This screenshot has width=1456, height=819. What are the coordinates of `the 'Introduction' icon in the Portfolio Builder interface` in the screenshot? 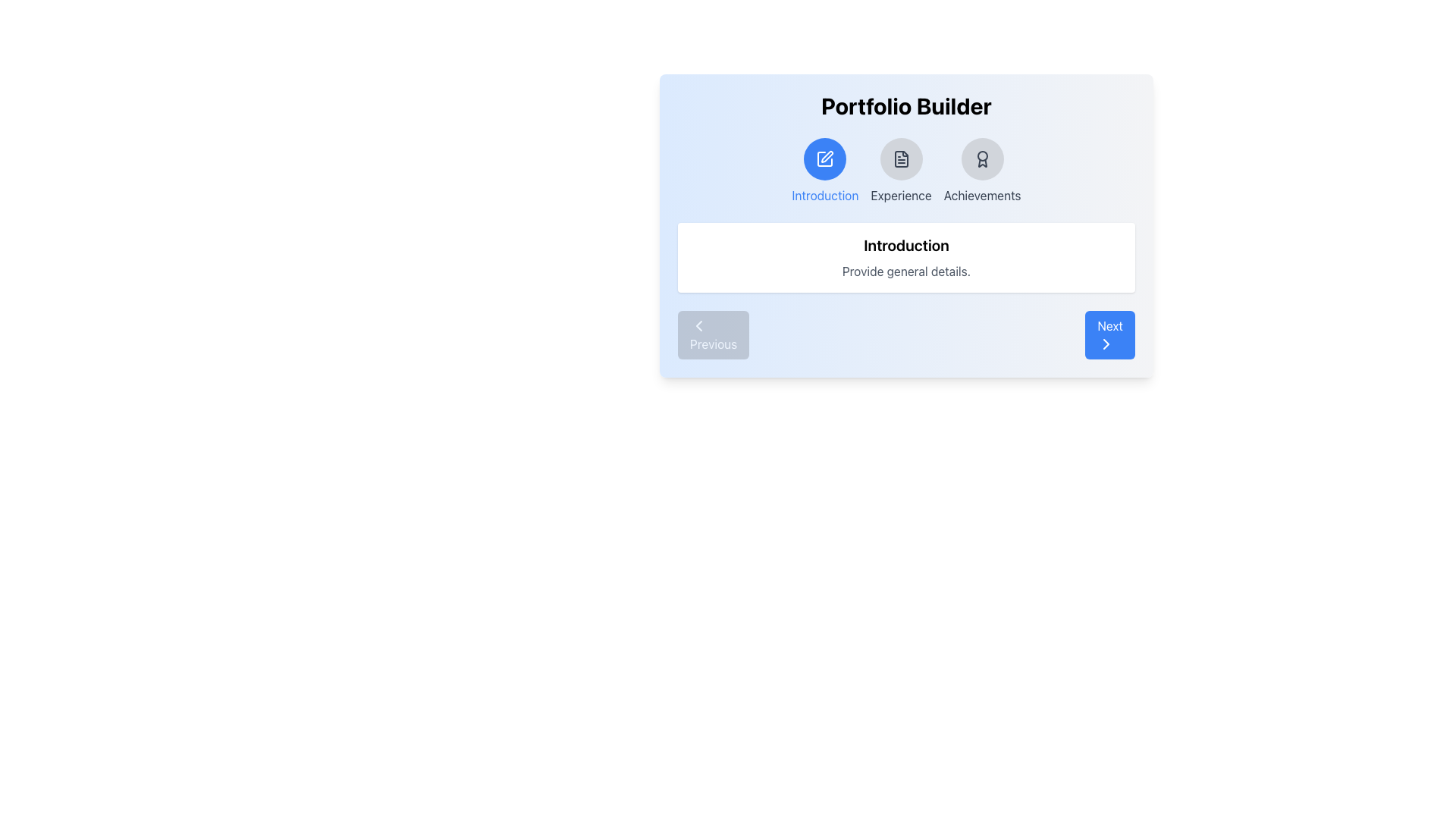 It's located at (824, 158).